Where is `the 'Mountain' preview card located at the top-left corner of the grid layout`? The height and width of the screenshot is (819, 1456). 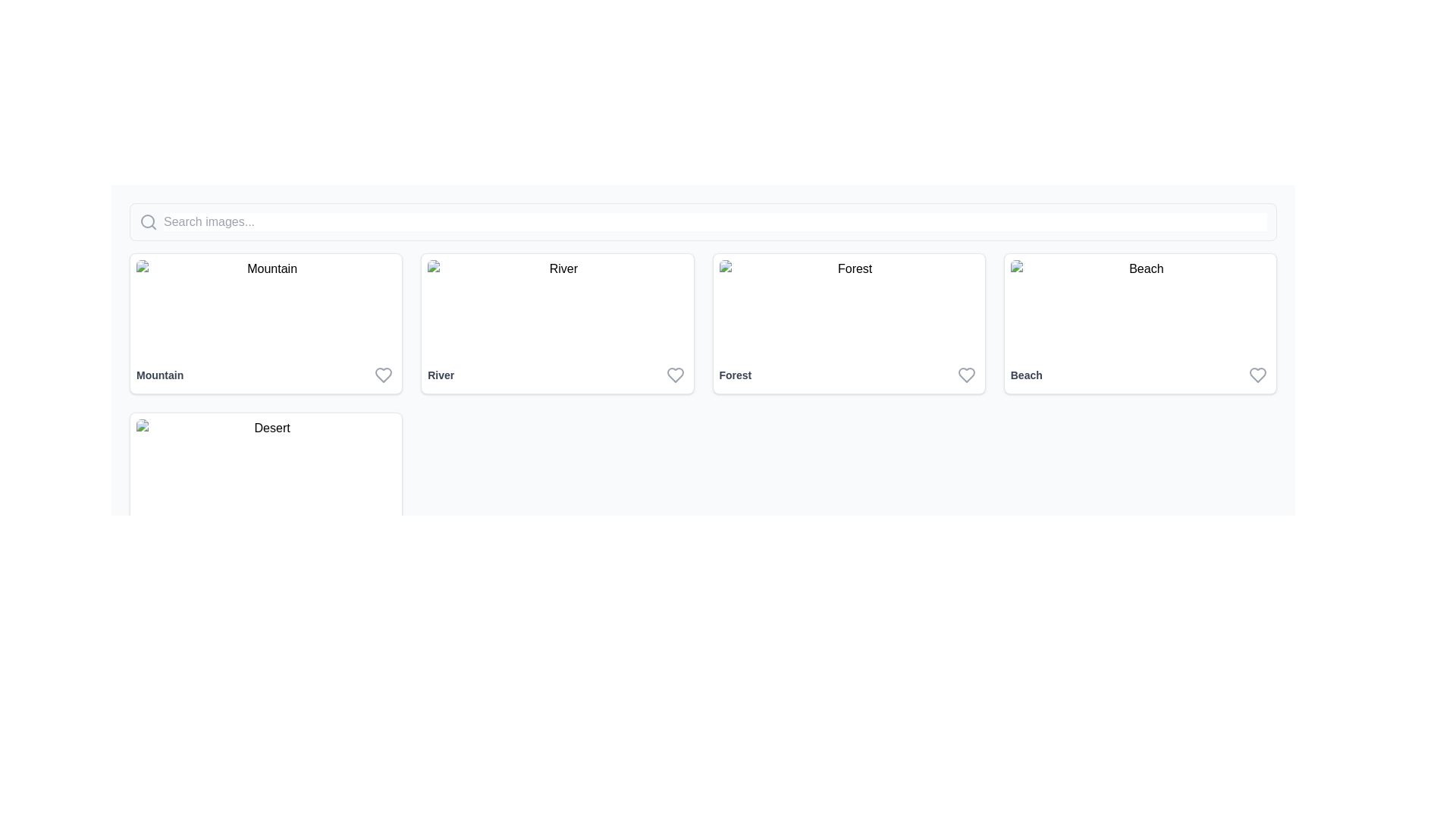
the 'Mountain' preview card located at the top-left corner of the grid layout is located at coordinates (266, 323).